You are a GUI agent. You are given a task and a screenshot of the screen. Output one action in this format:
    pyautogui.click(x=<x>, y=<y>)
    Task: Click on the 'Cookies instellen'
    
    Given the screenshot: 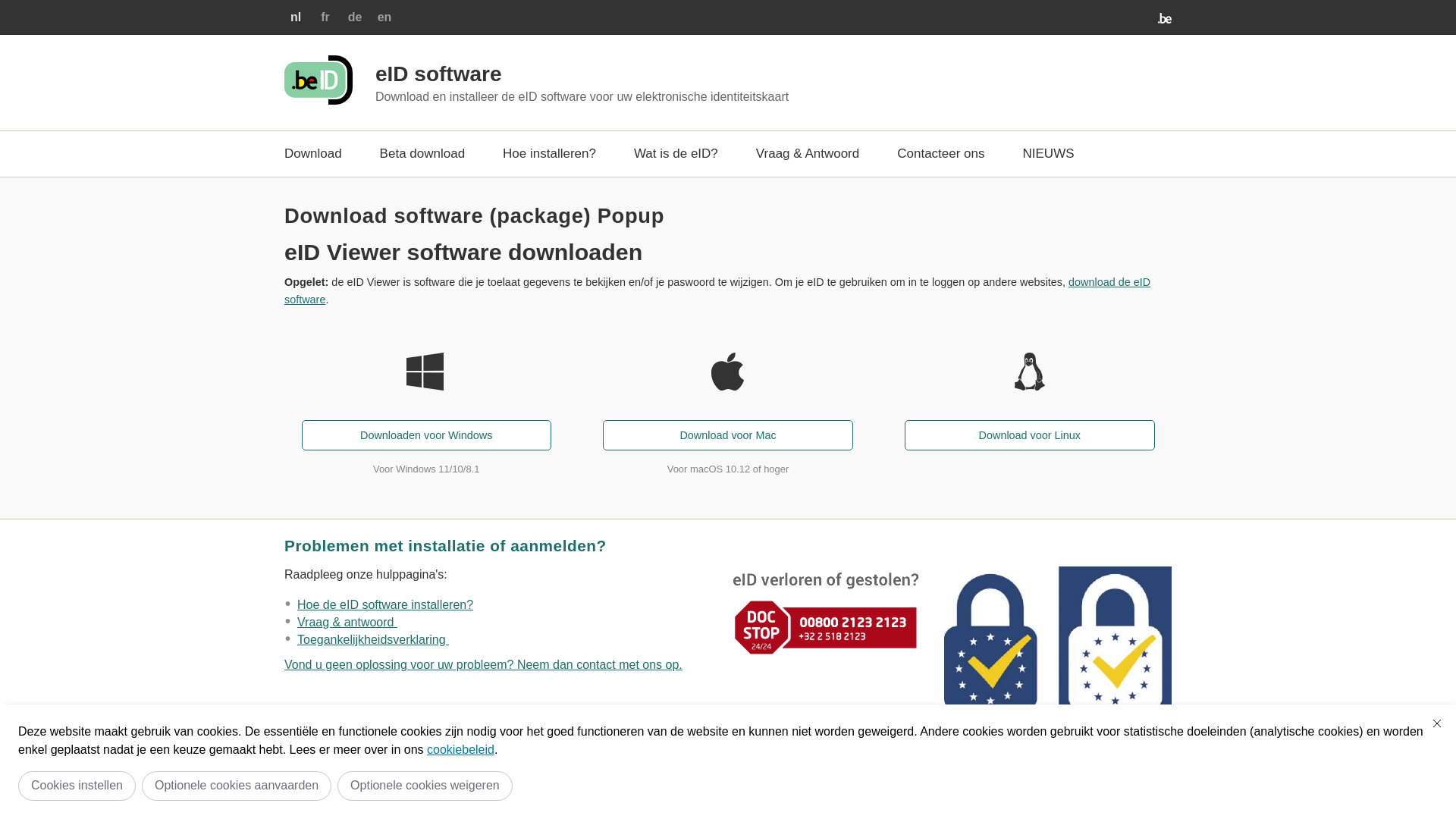 What is the action you would take?
    pyautogui.click(x=76, y=785)
    